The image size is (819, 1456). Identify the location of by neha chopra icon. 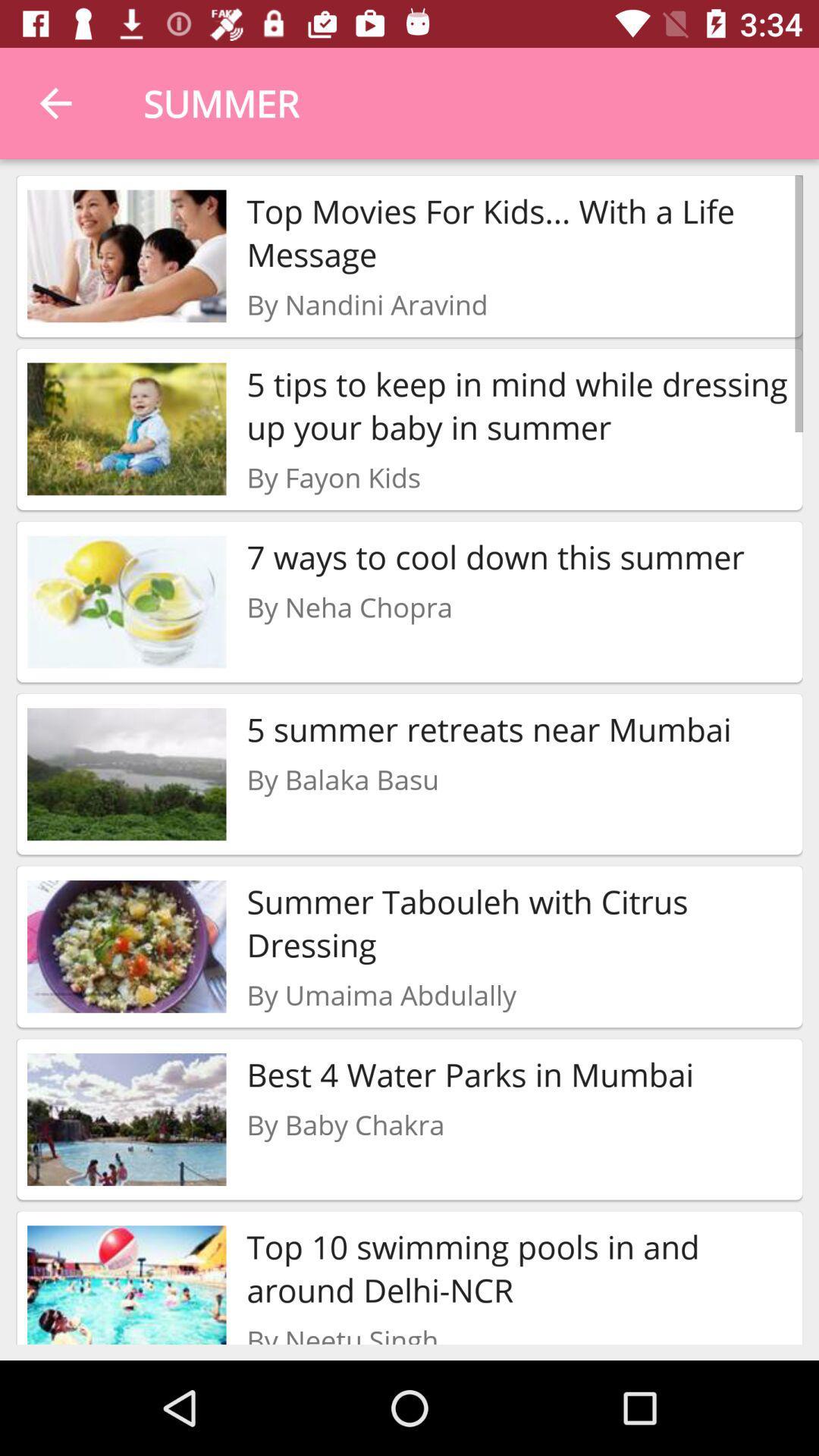
(350, 607).